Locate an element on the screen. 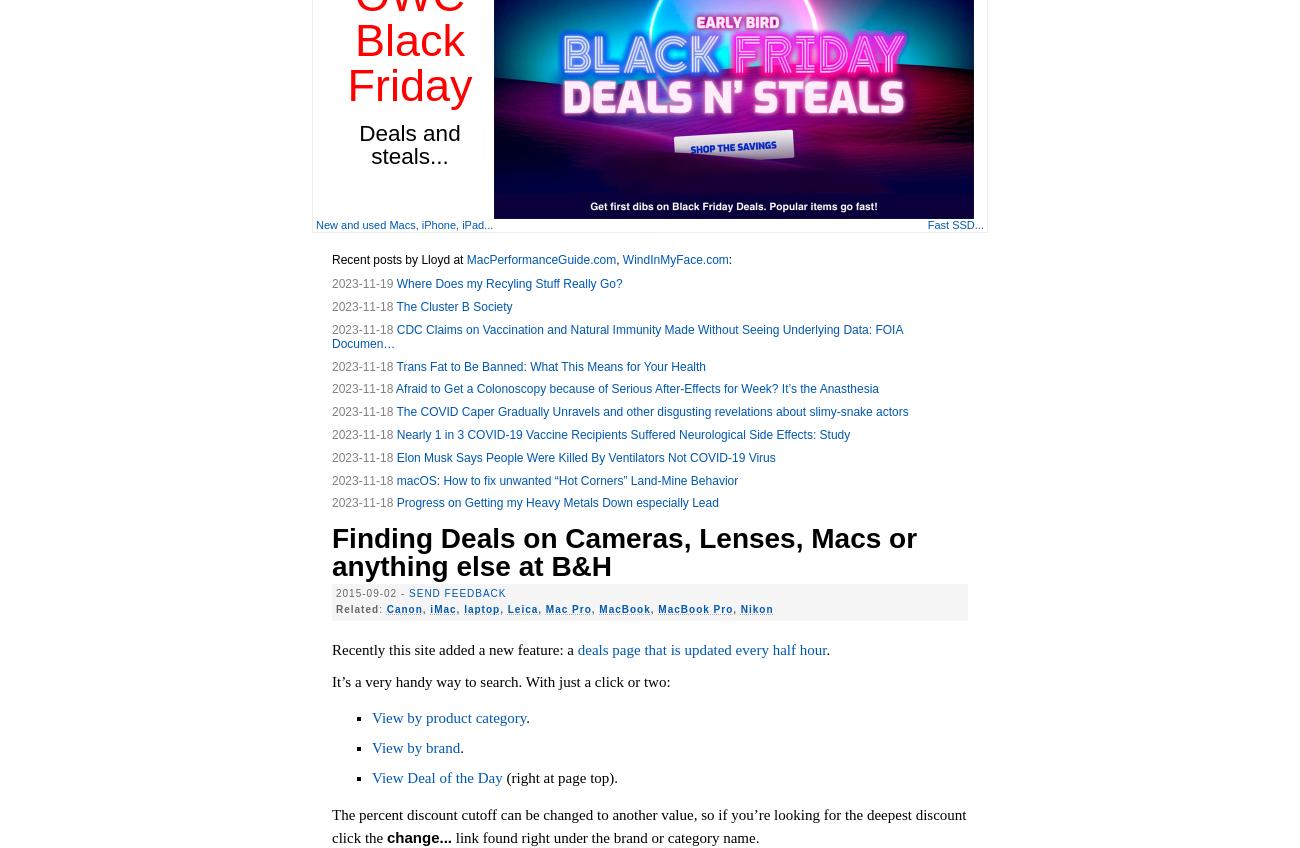  'MacPerformanceGuide.com' is located at coordinates (541, 258).